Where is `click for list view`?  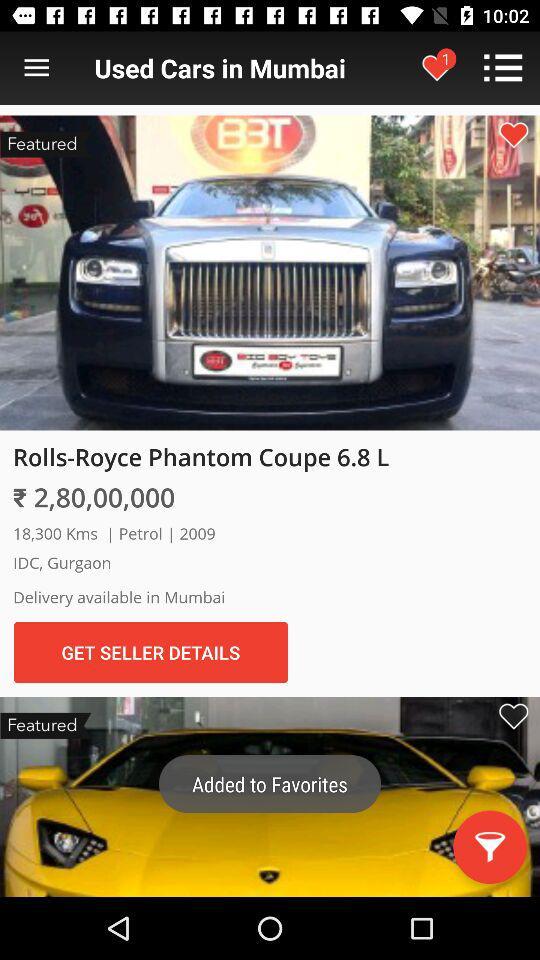 click for list view is located at coordinates (36, 68).